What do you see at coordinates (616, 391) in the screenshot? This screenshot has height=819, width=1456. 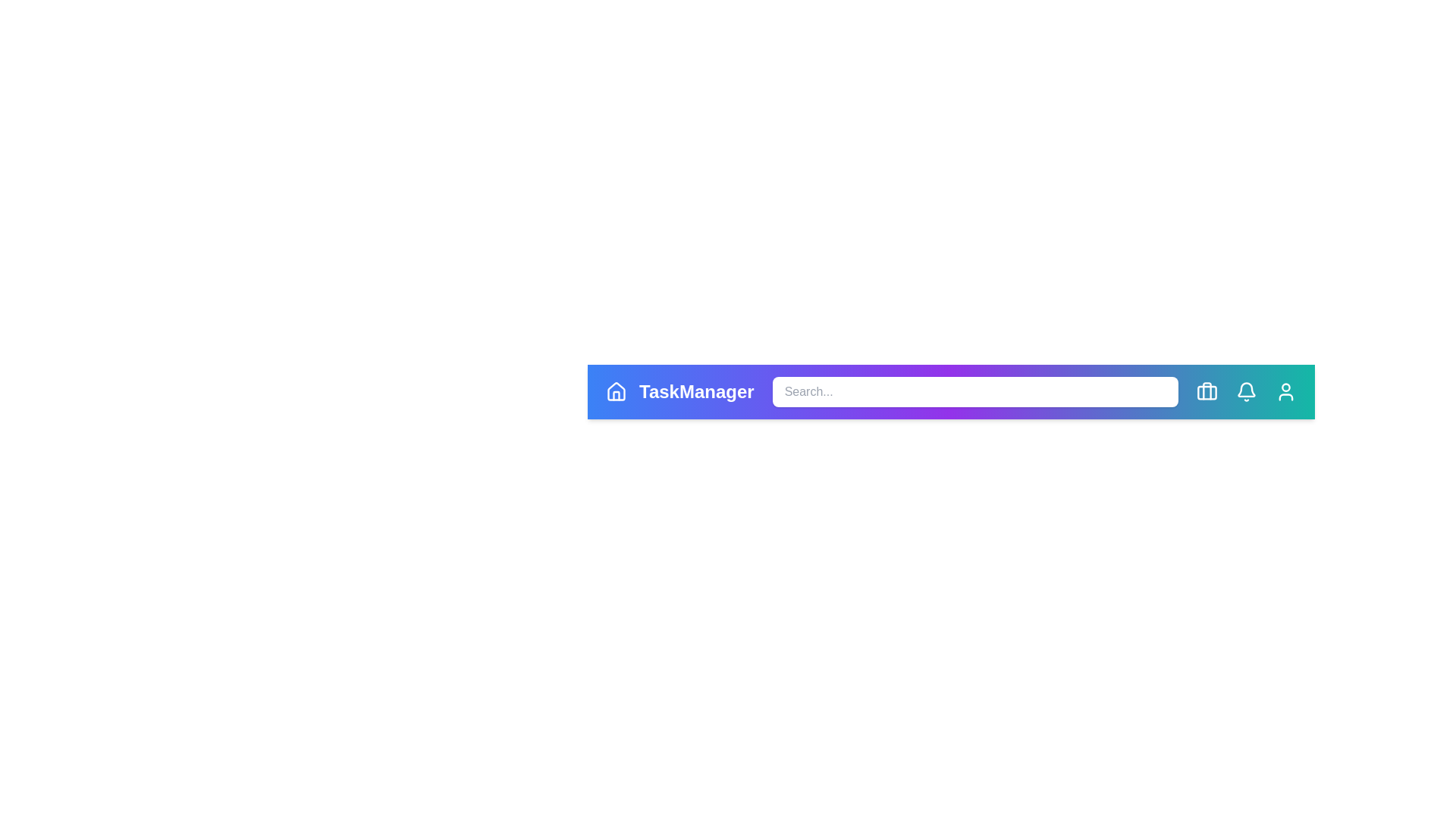 I see `the home icon to navigate to the home page` at bounding box center [616, 391].